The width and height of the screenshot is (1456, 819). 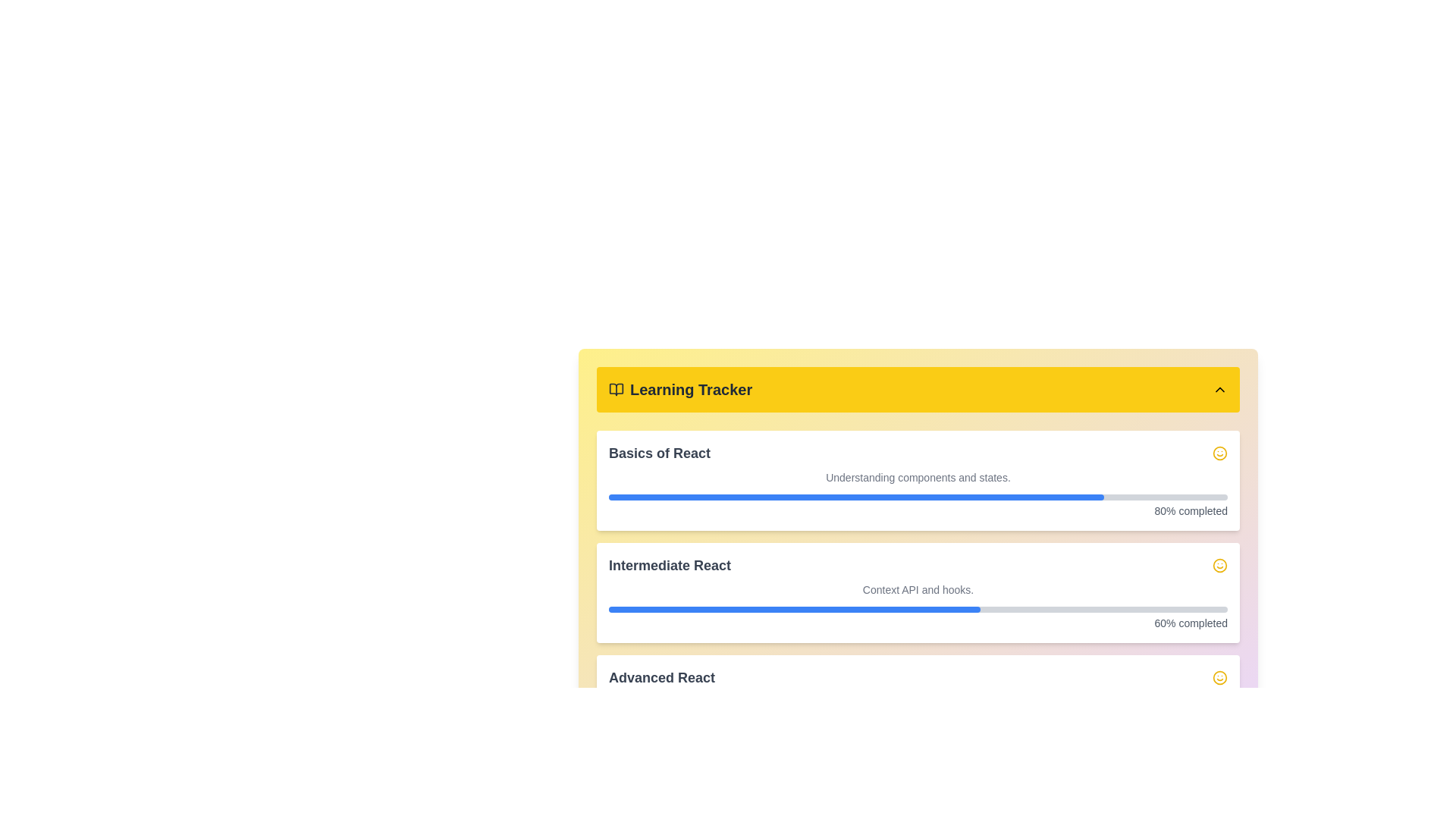 What do you see at coordinates (917, 589) in the screenshot?
I see `the static text label that provides additional information about the 'Intermediate React' section, specifically mentioning the 'Context API and hooks'` at bounding box center [917, 589].